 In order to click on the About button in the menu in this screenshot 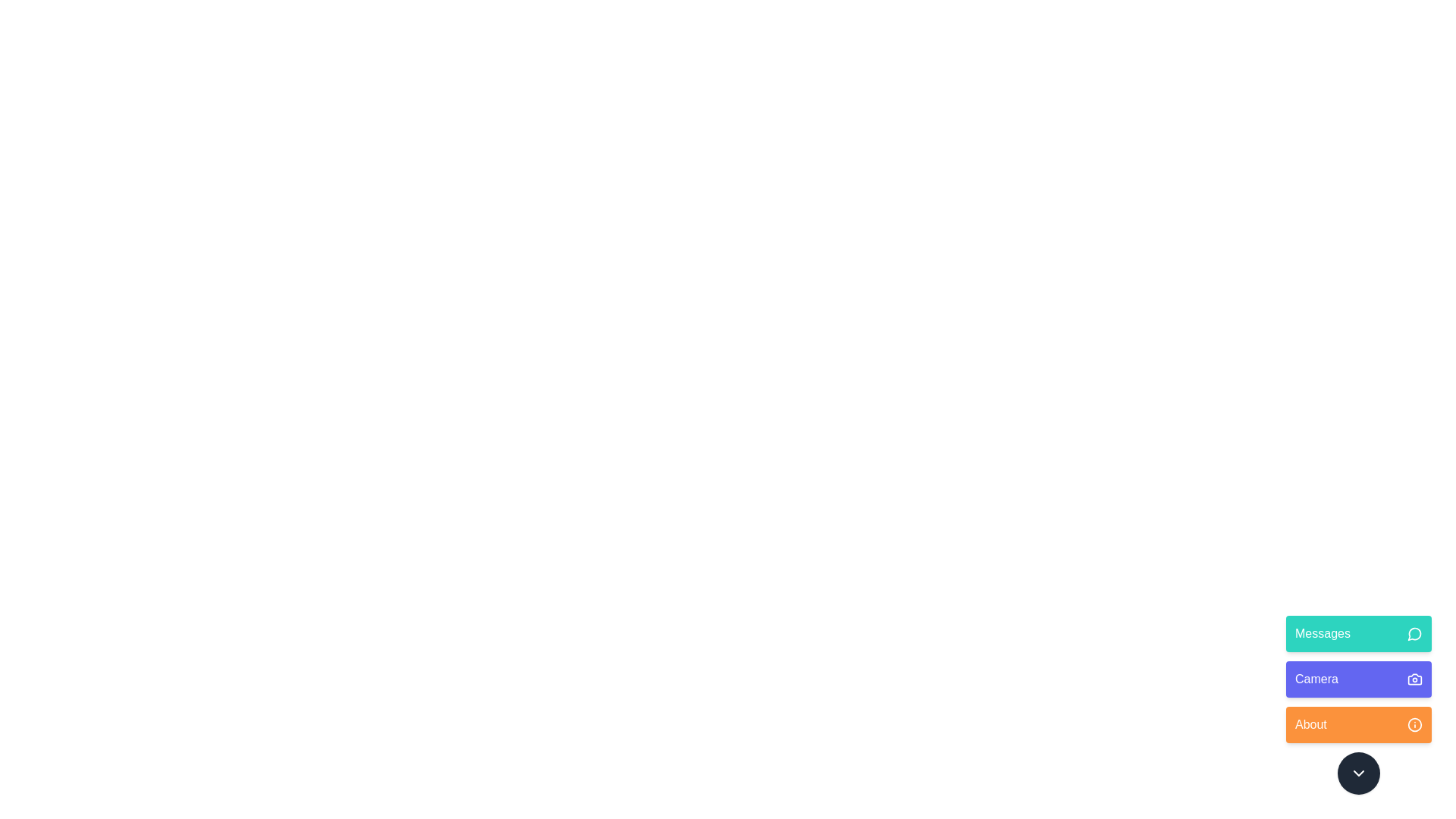, I will do `click(1358, 724)`.